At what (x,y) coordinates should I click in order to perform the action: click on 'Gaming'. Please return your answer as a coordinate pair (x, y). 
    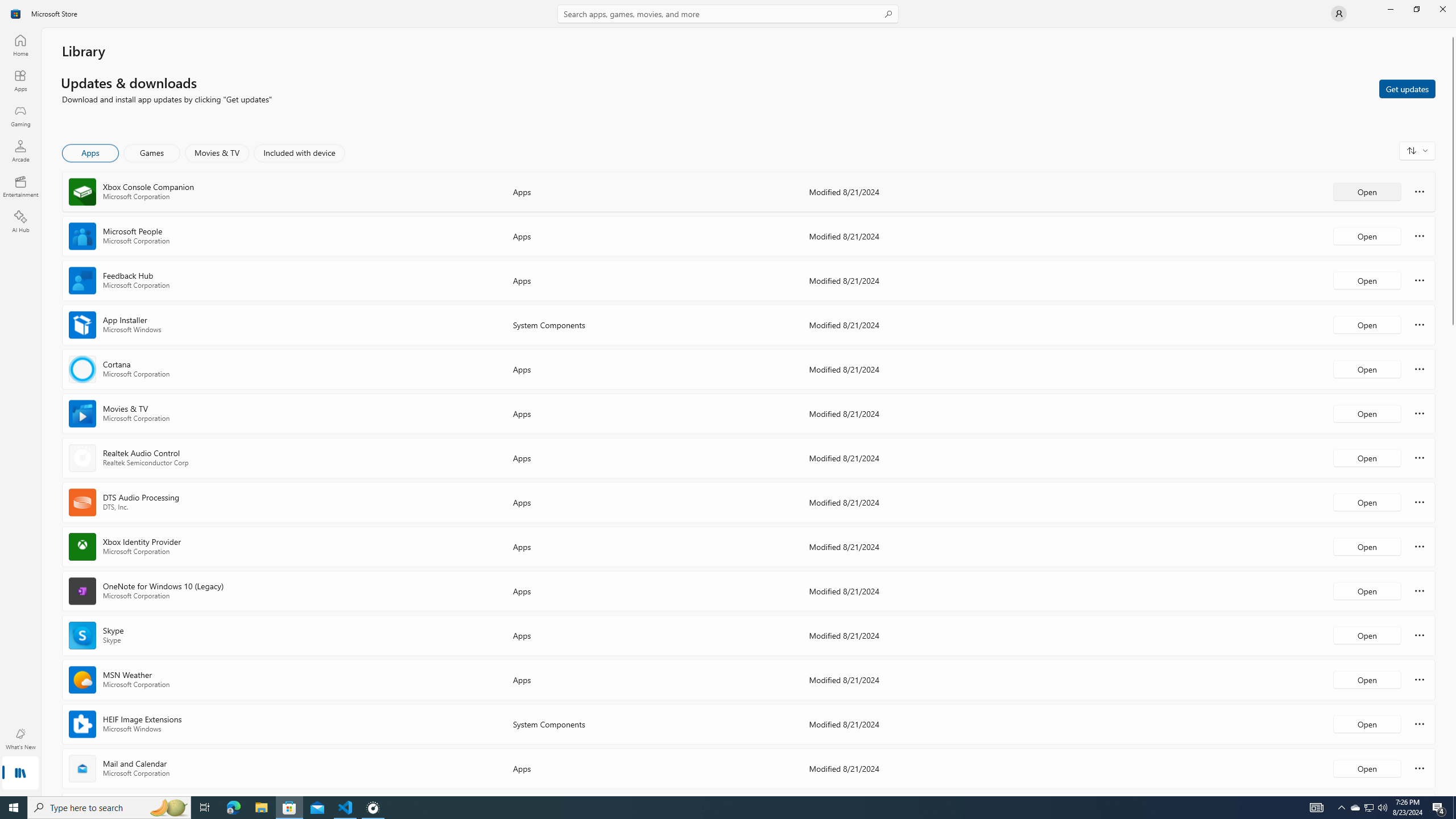
    Looking at the image, I should click on (19, 115).